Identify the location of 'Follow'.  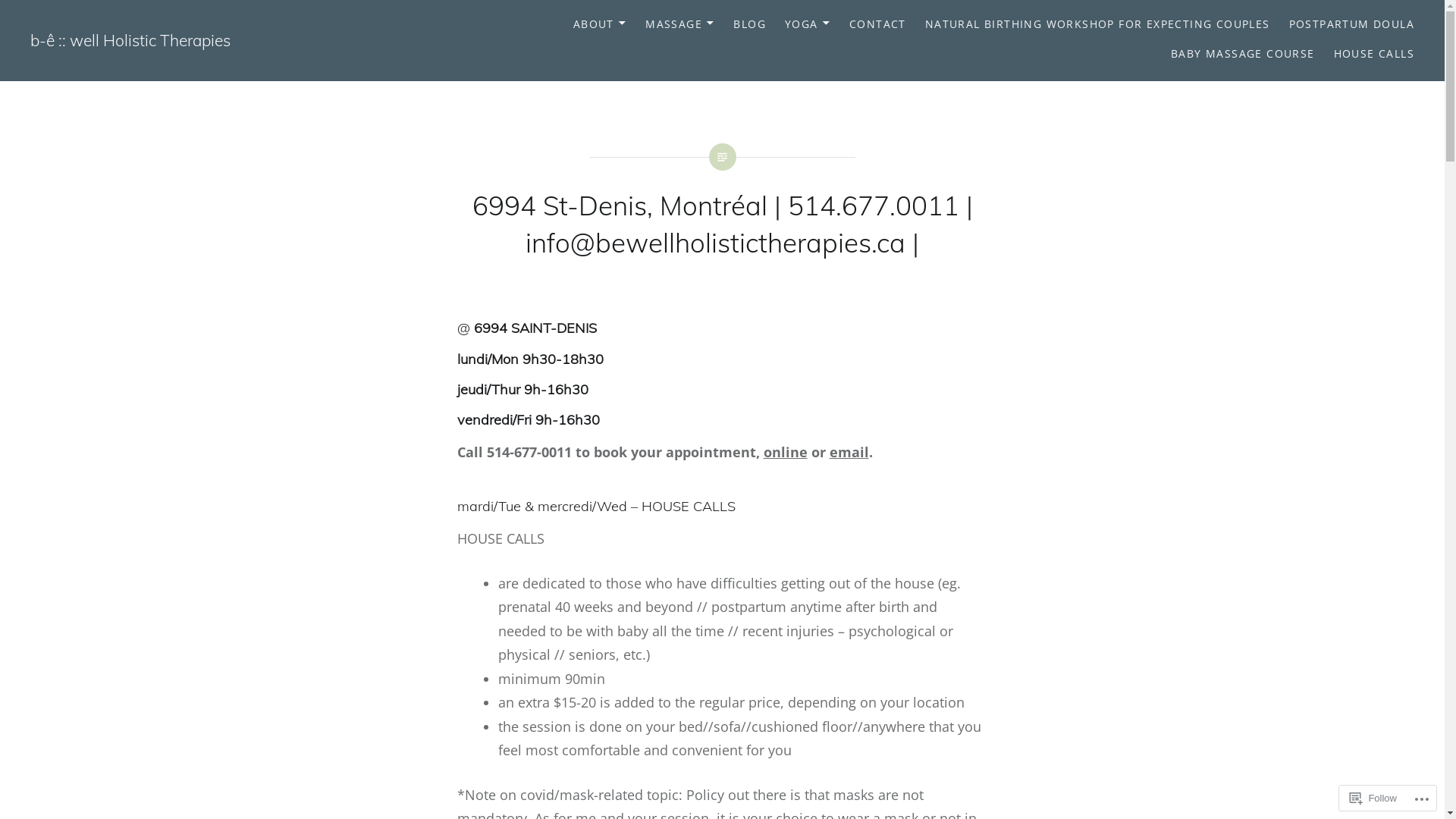
(1343, 797).